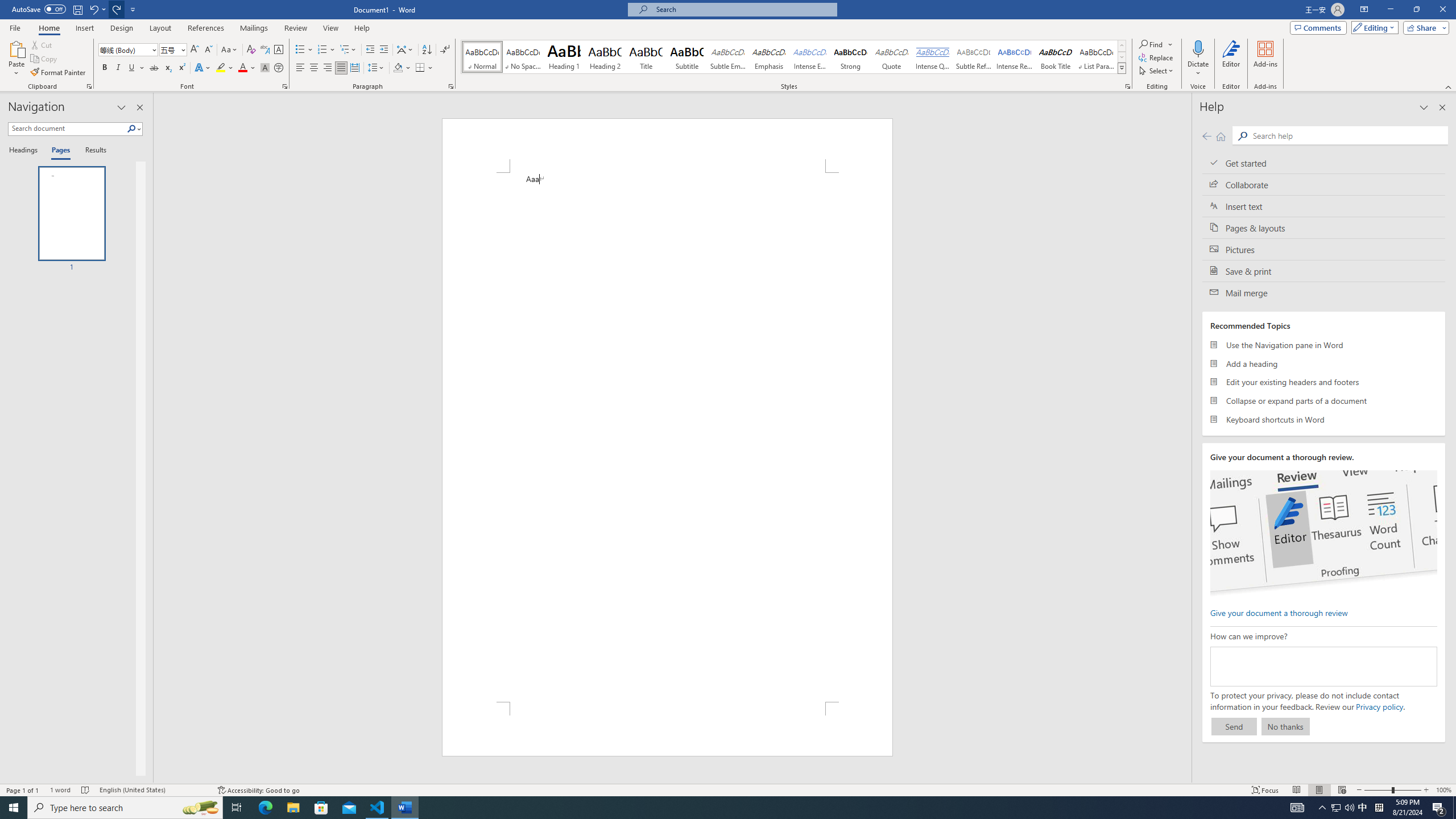 The width and height of the screenshot is (1456, 819). What do you see at coordinates (445, 49) in the screenshot?
I see `'Show/Hide Editing Marks'` at bounding box center [445, 49].